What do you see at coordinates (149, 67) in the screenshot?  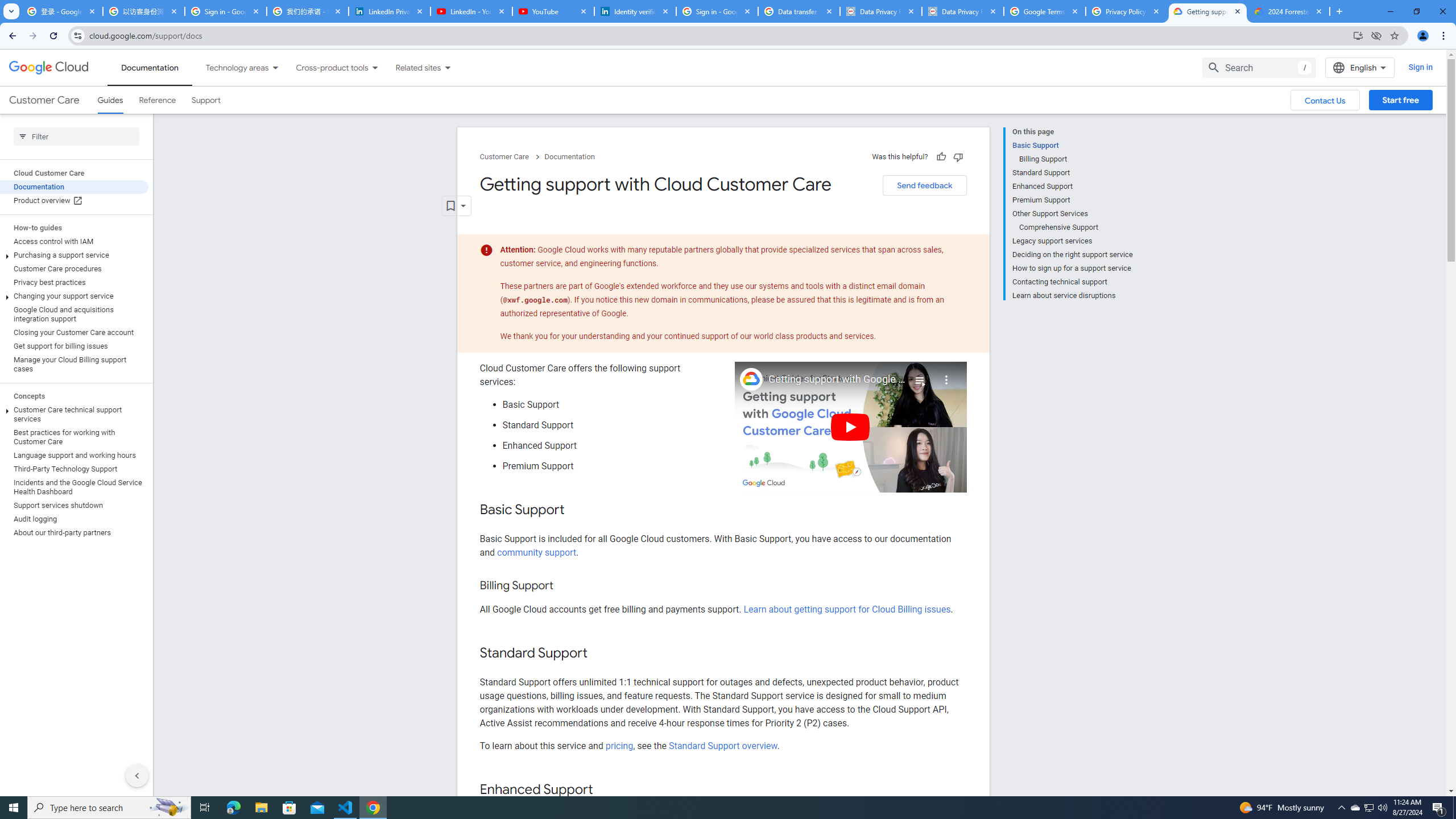 I see `'Documentation, selected'` at bounding box center [149, 67].